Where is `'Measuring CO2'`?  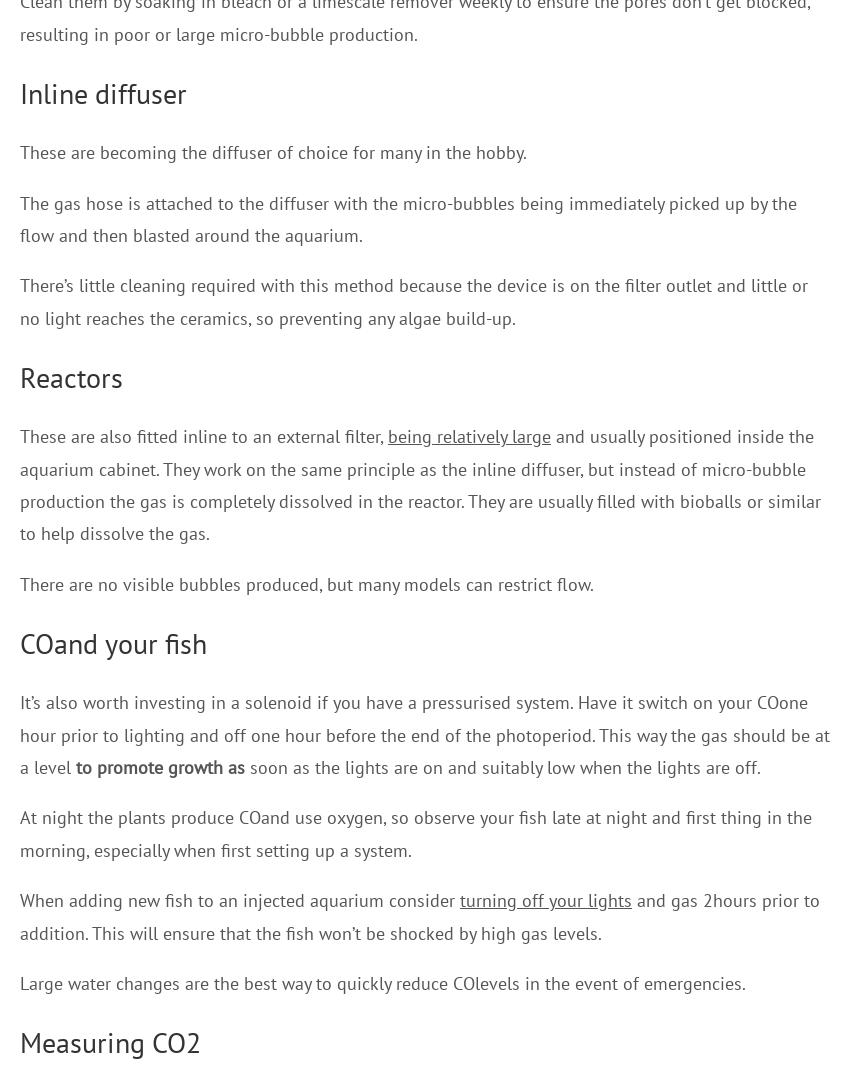 'Measuring CO2' is located at coordinates (109, 1042).